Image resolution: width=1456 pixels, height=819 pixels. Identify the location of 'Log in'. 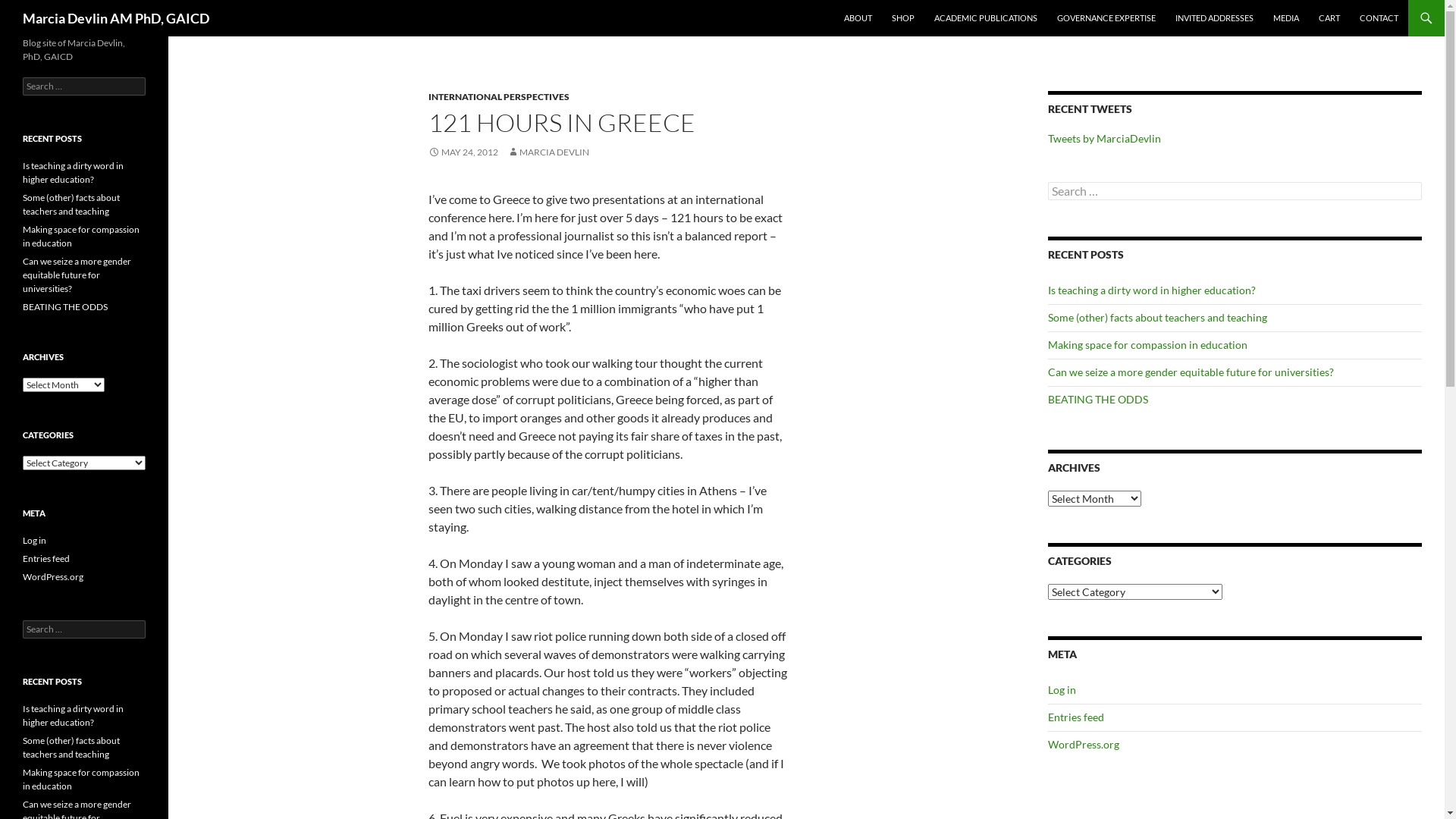
(1061, 689).